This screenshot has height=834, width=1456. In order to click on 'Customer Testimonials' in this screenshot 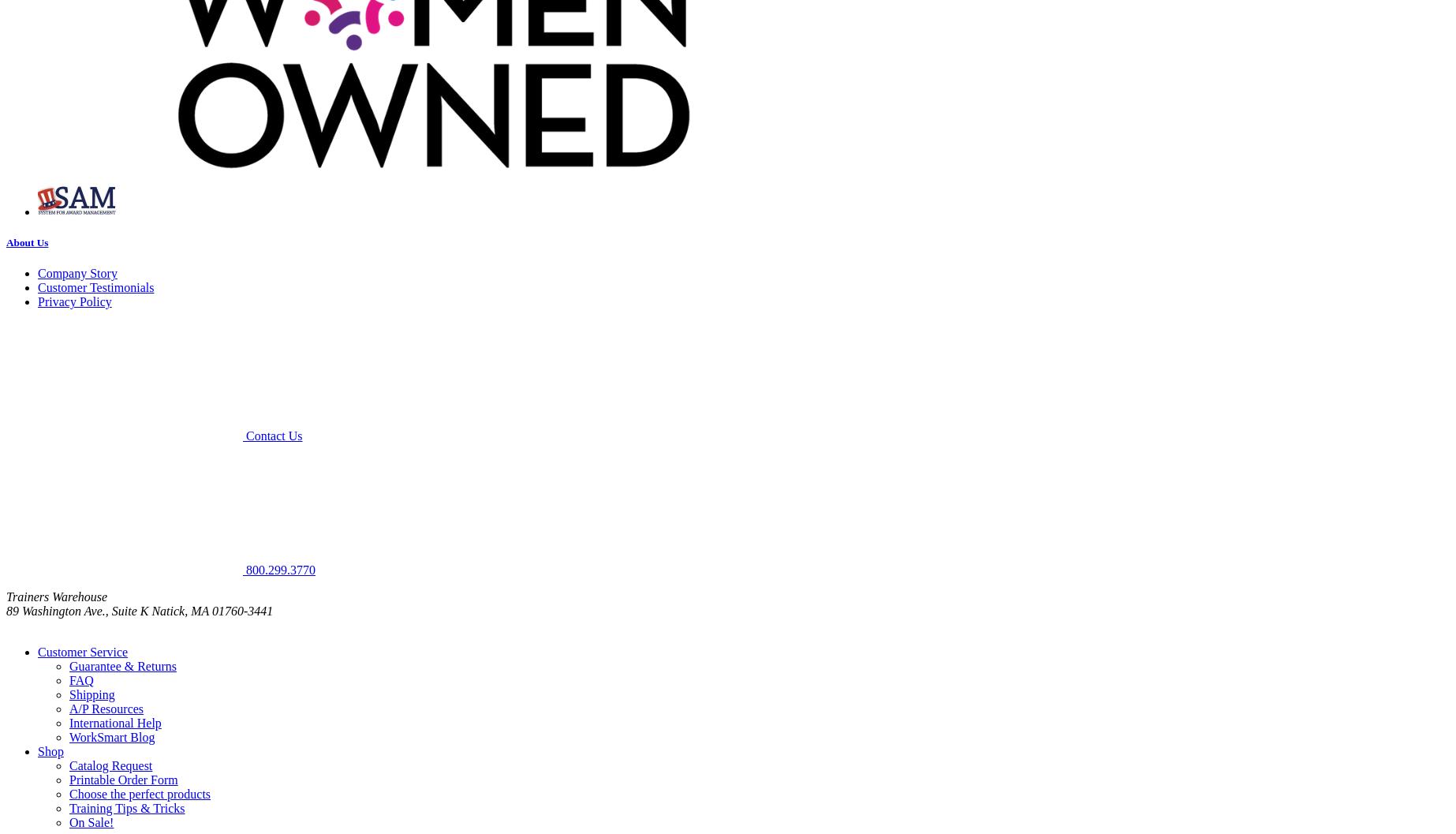, I will do `click(95, 287)`.